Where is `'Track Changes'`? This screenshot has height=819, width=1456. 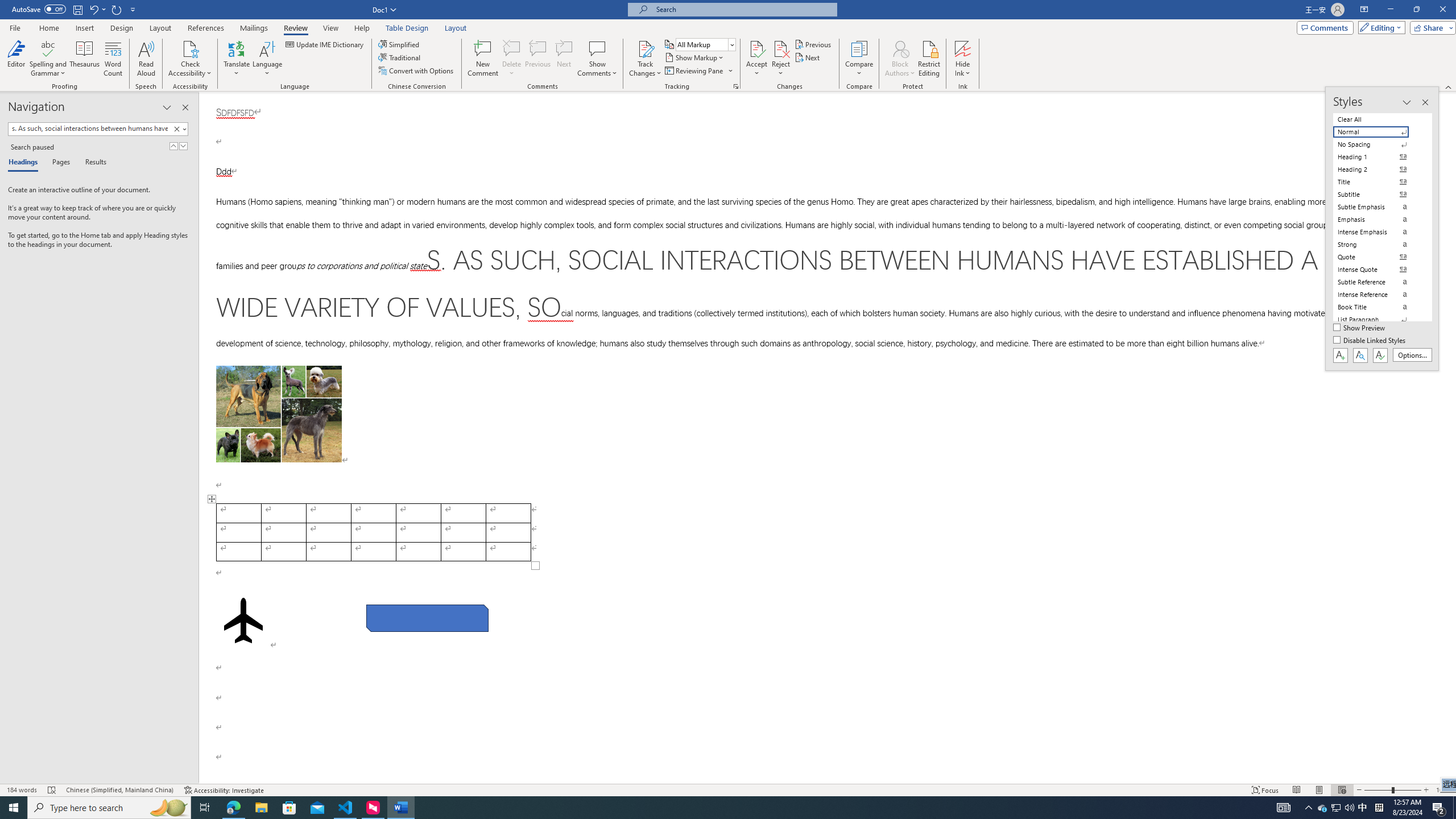 'Track Changes' is located at coordinates (644, 48).